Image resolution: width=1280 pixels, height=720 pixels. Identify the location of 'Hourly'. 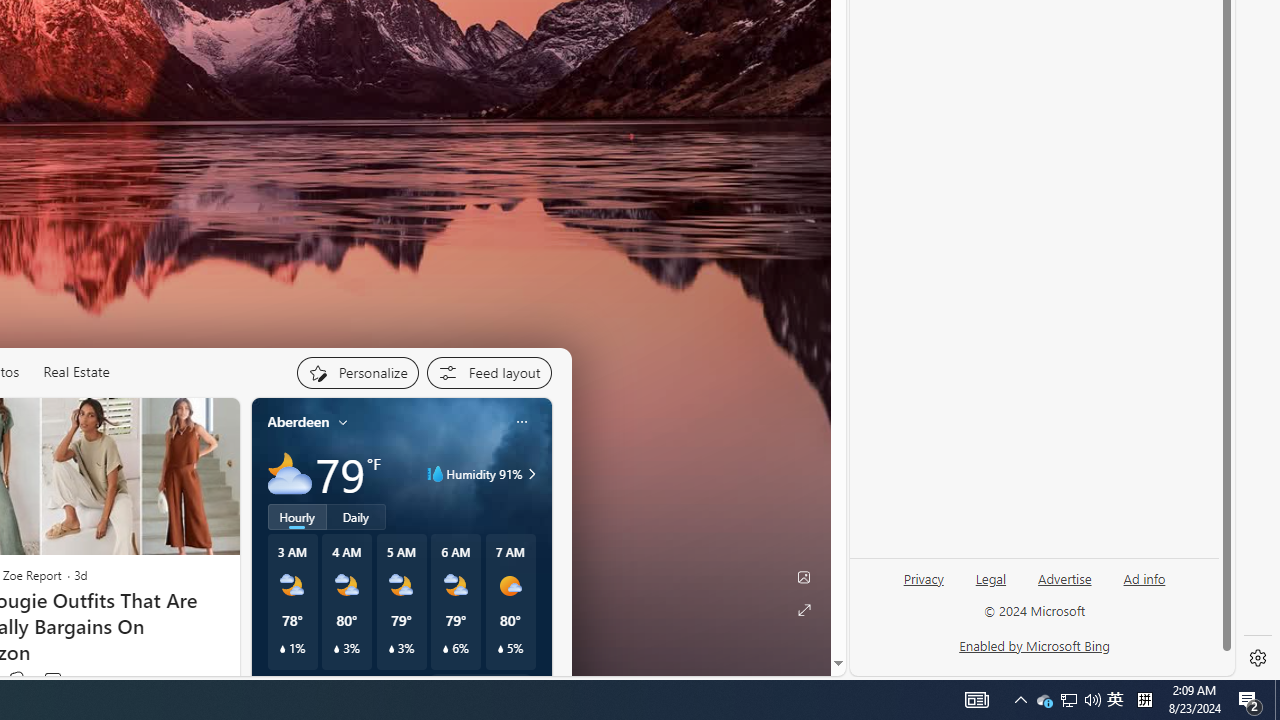
(295, 515).